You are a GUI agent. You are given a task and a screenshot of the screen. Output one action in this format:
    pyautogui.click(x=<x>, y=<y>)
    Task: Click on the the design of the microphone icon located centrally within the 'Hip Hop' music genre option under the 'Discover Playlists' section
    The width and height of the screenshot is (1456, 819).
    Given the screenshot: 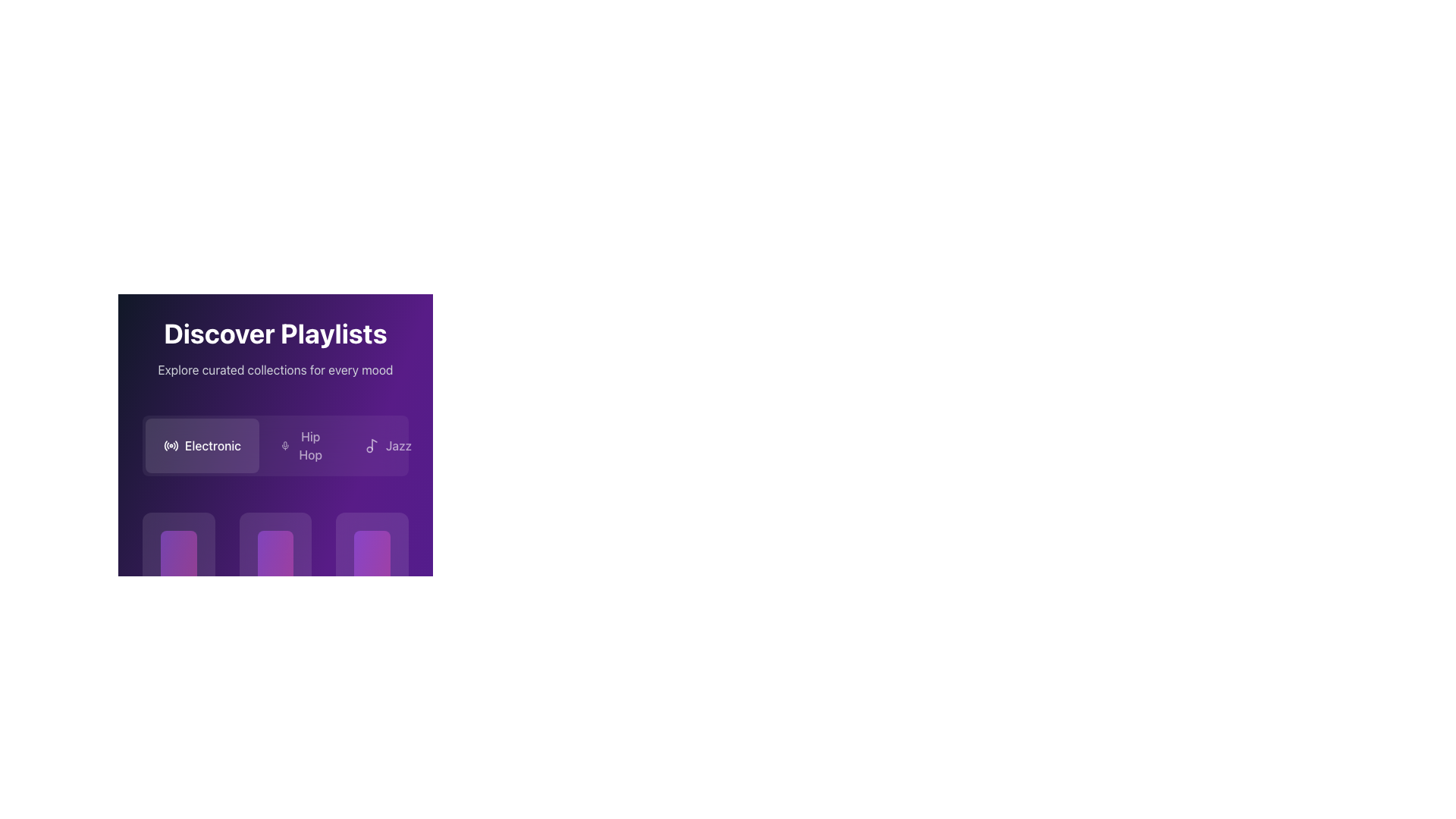 What is the action you would take?
    pyautogui.click(x=285, y=444)
    